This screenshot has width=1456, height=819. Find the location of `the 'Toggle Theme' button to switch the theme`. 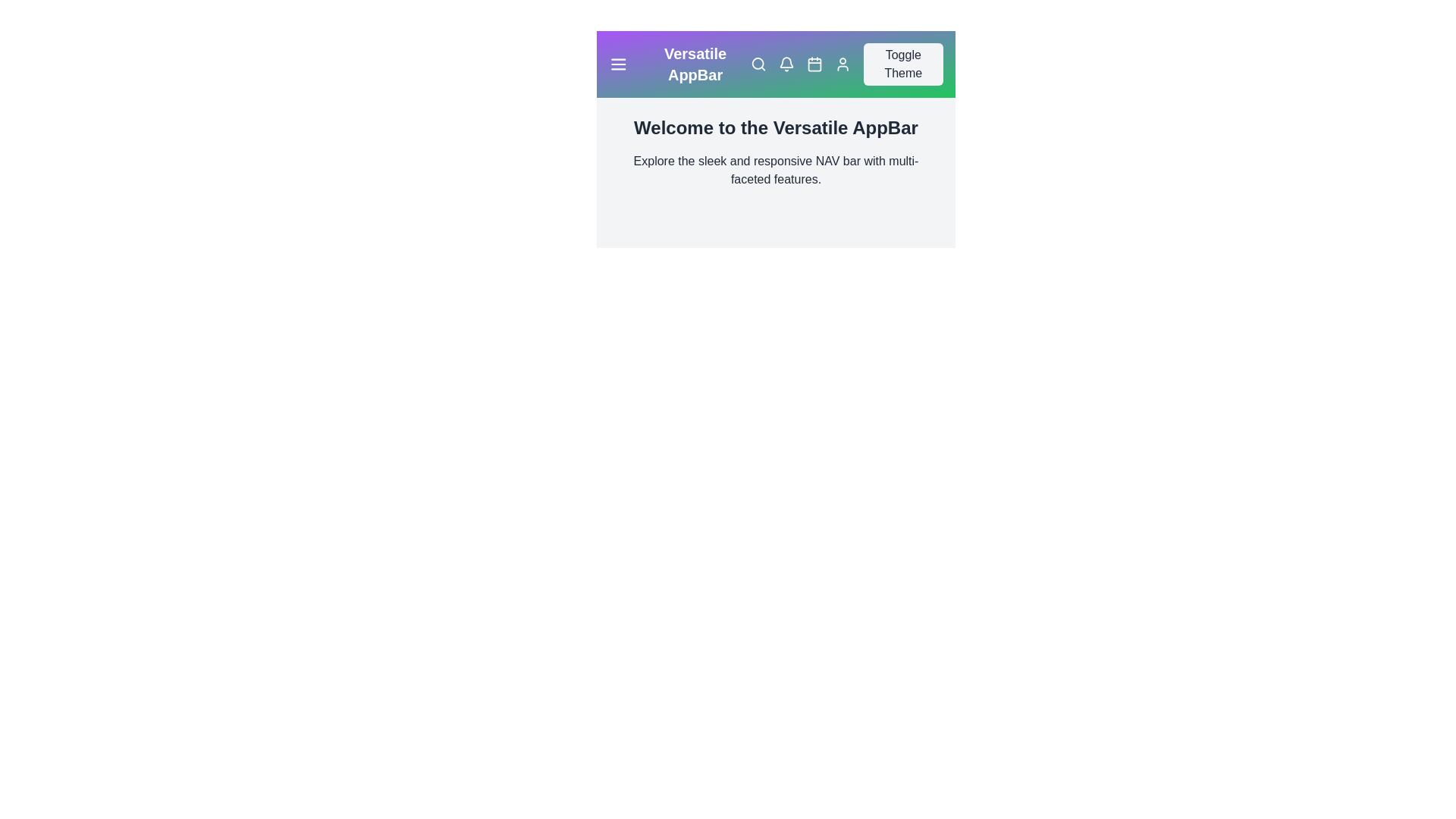

the 'Toggle Theme' button to switch the theme is located at coordinates (902, 63).